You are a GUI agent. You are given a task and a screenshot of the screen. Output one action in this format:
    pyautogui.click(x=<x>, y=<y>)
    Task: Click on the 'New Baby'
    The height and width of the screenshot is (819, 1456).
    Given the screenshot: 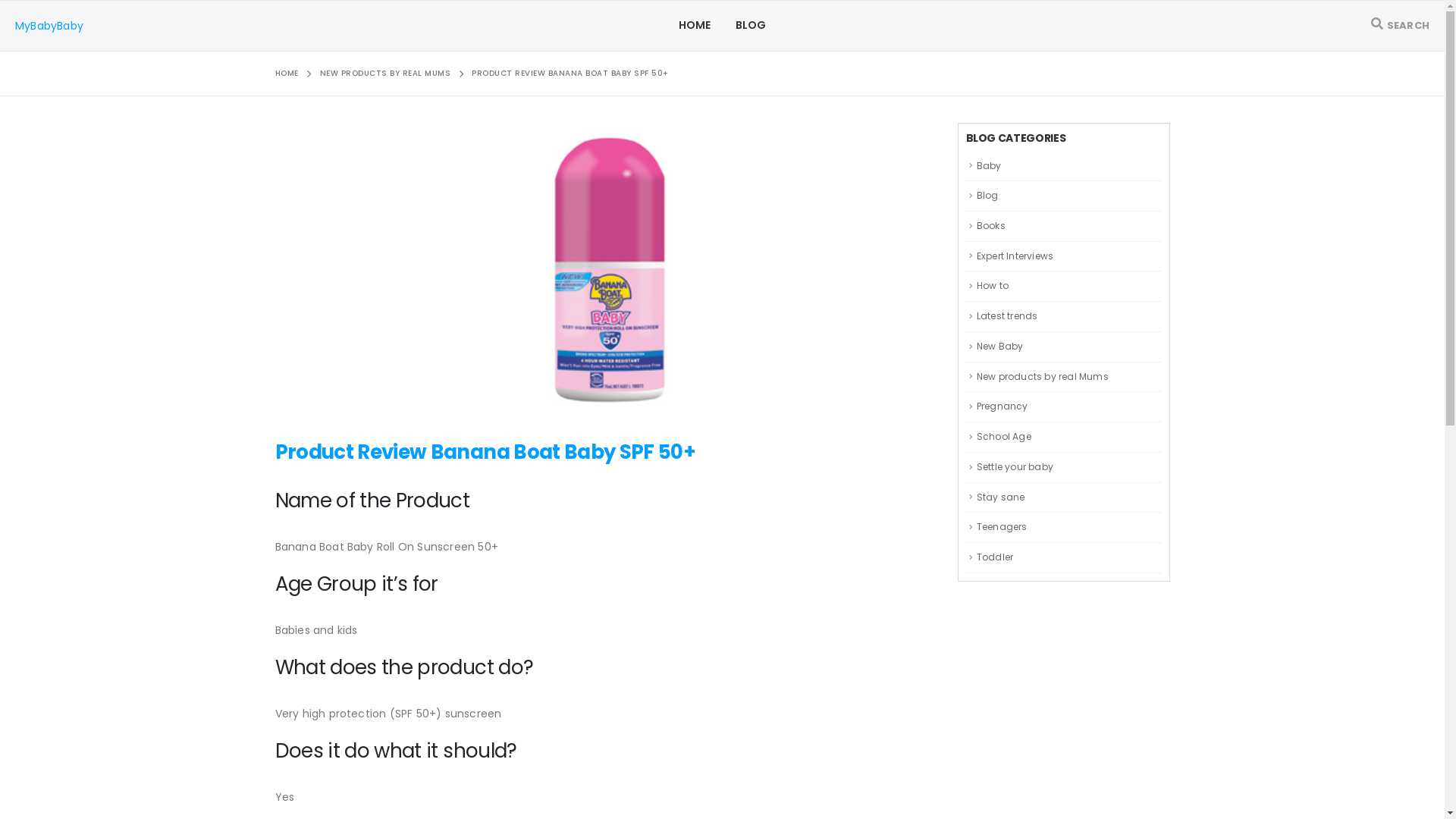 What is the action you would take?
    pyautogui.click(x=1000, y=346)
    